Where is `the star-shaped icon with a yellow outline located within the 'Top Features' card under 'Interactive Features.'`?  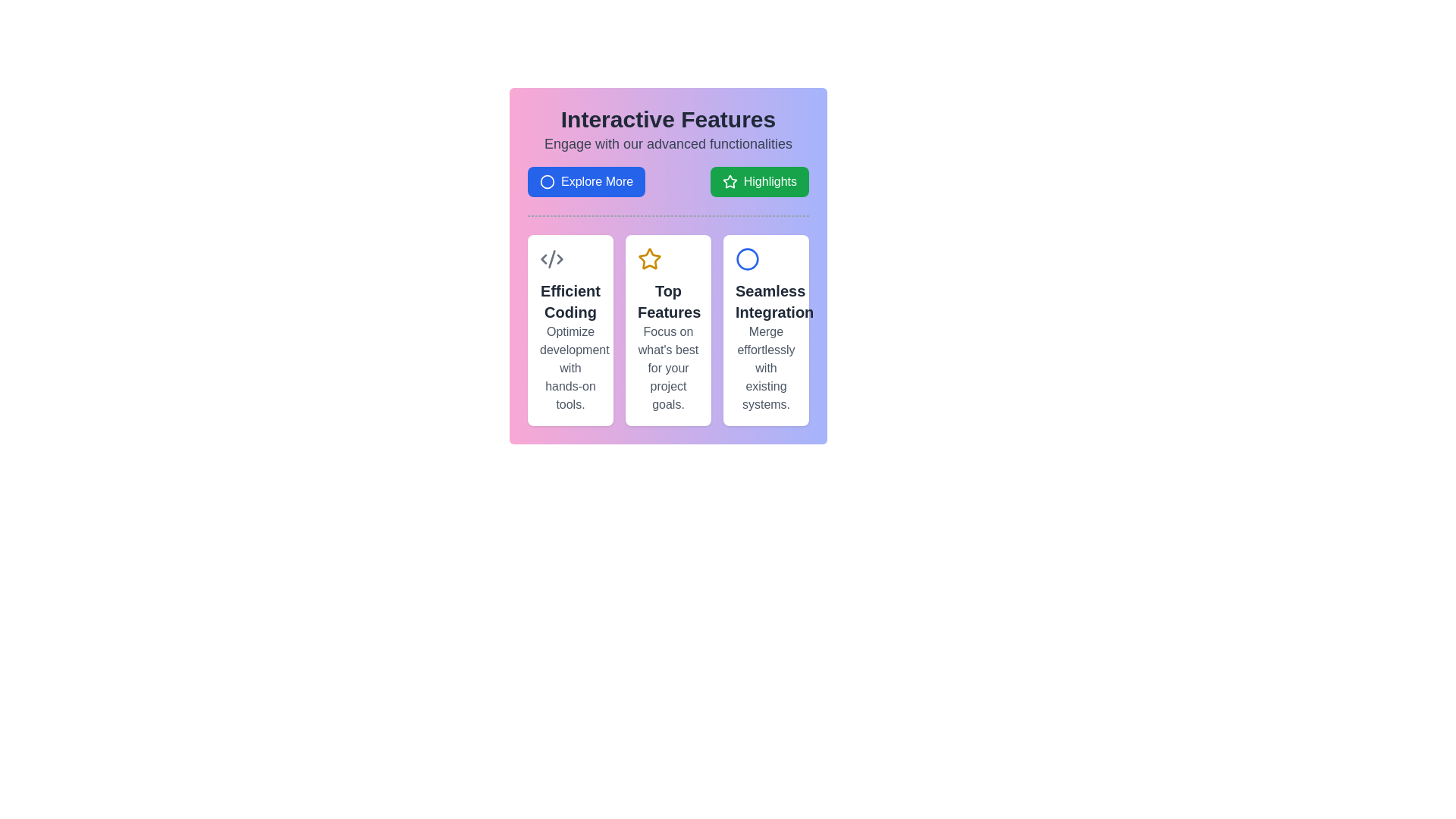 the star-shaped icon with a yellow outline located within the 'Top Features' card under 'Interactive Features.' is located at coordinates (650, 258).